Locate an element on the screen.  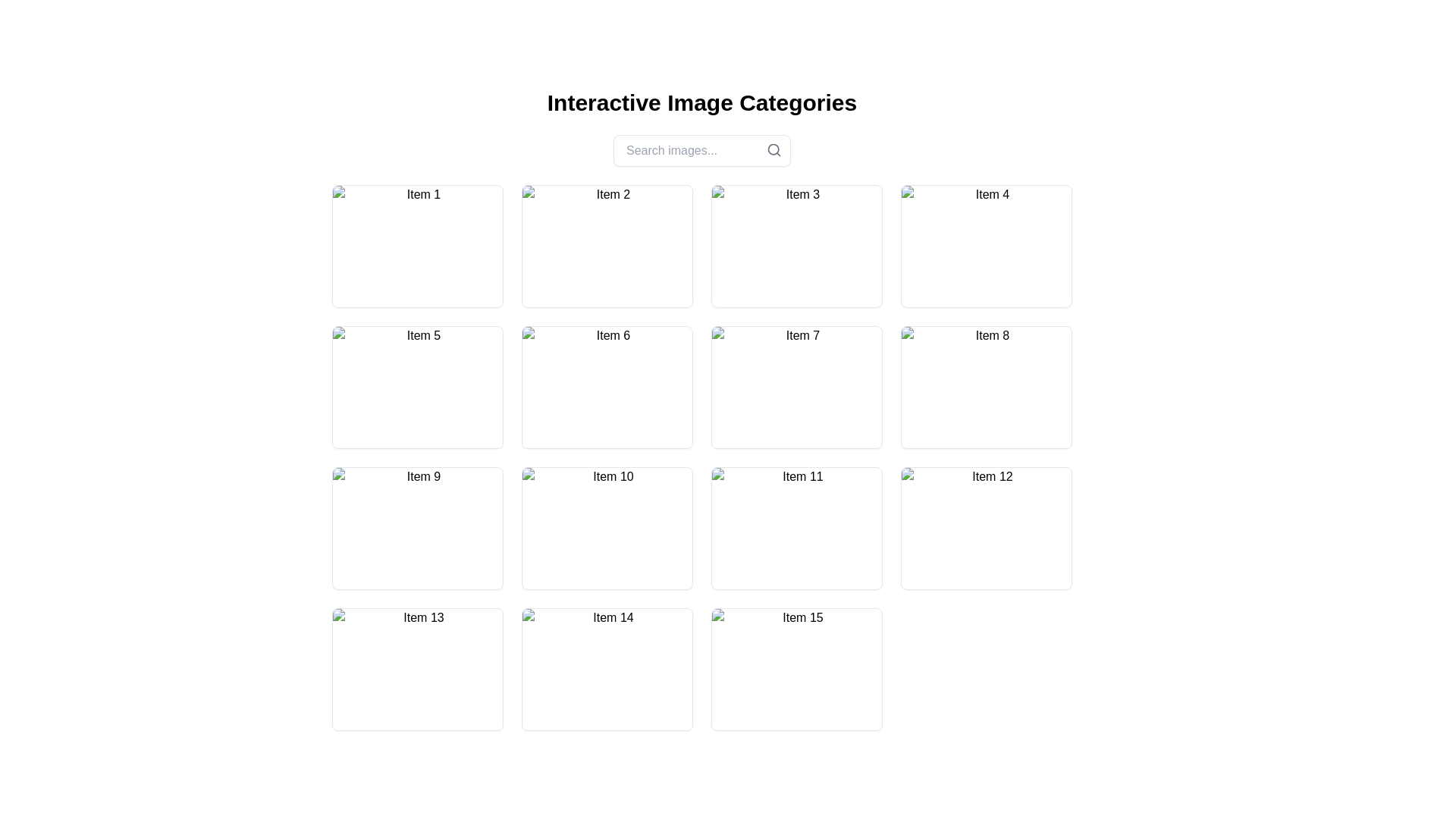
to select the second card from the left in the bottom row of the grid layout is located at coordinates (607, 669).